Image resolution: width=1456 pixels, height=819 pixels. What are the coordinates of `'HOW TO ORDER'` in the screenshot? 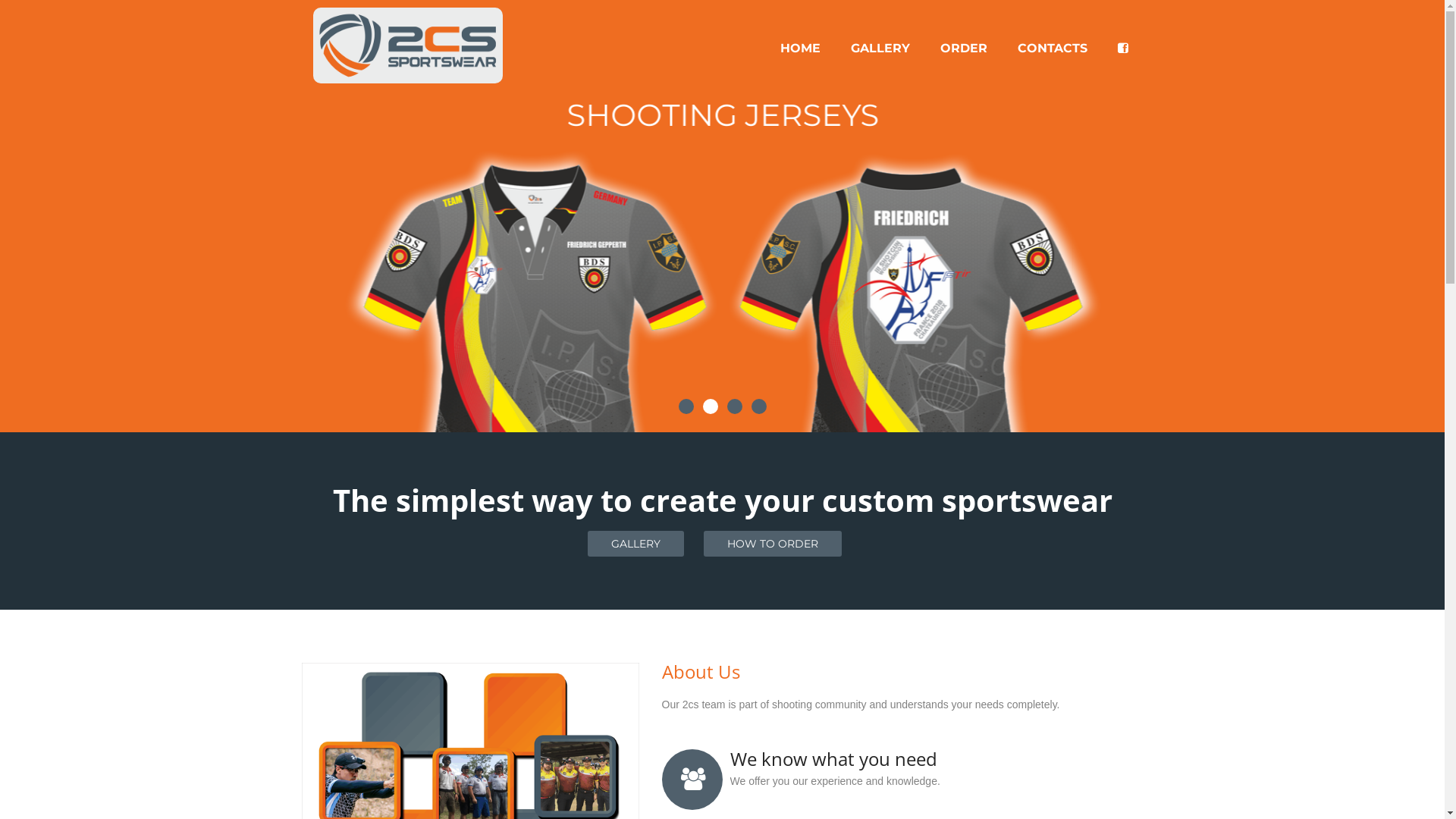 It's located at (772, 543).